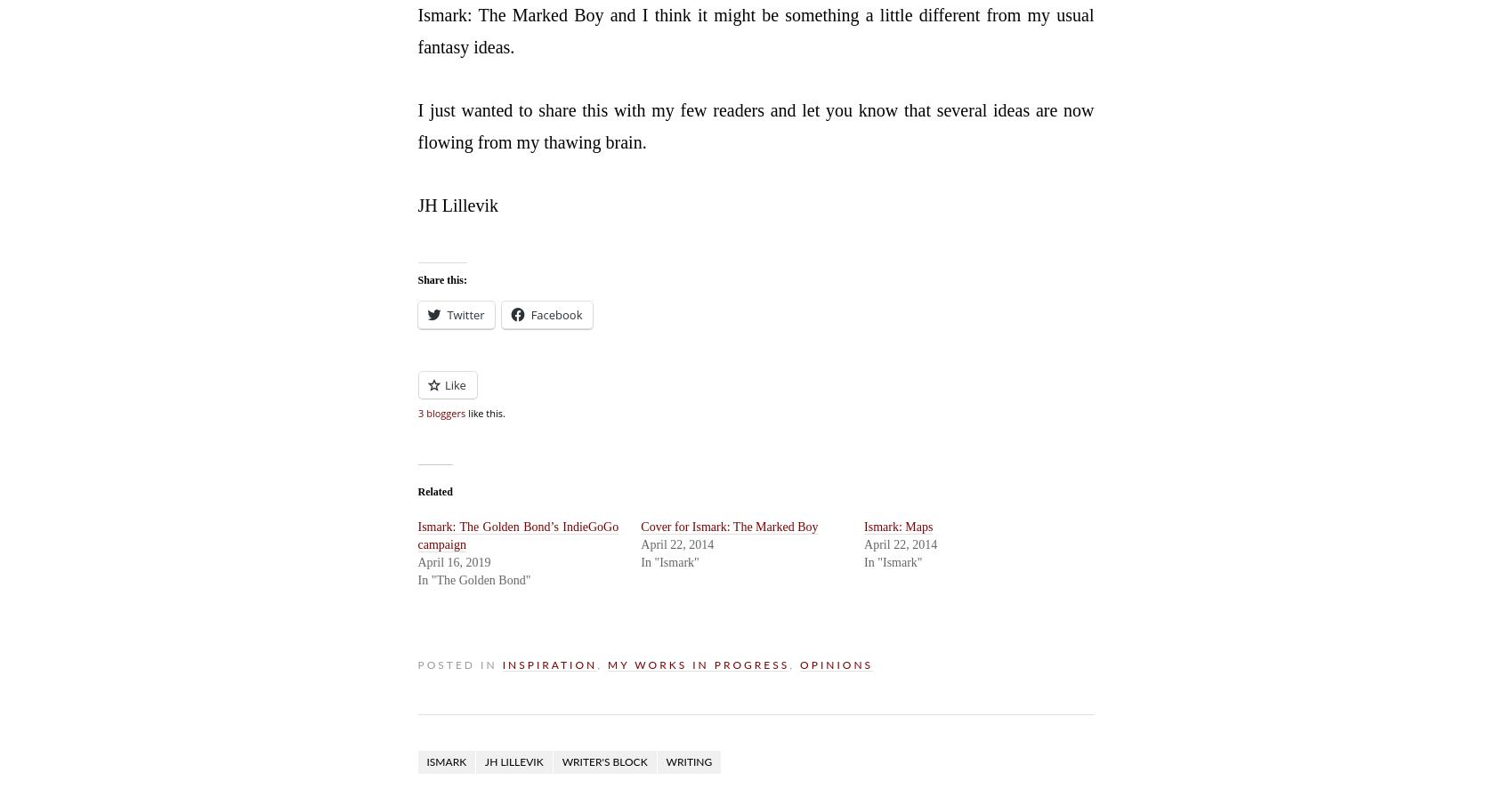  I want to click on 'I just wanted to share this with my few readers and let you know that several ideas are now flowing from my thawing brain.', so click(755, 125).